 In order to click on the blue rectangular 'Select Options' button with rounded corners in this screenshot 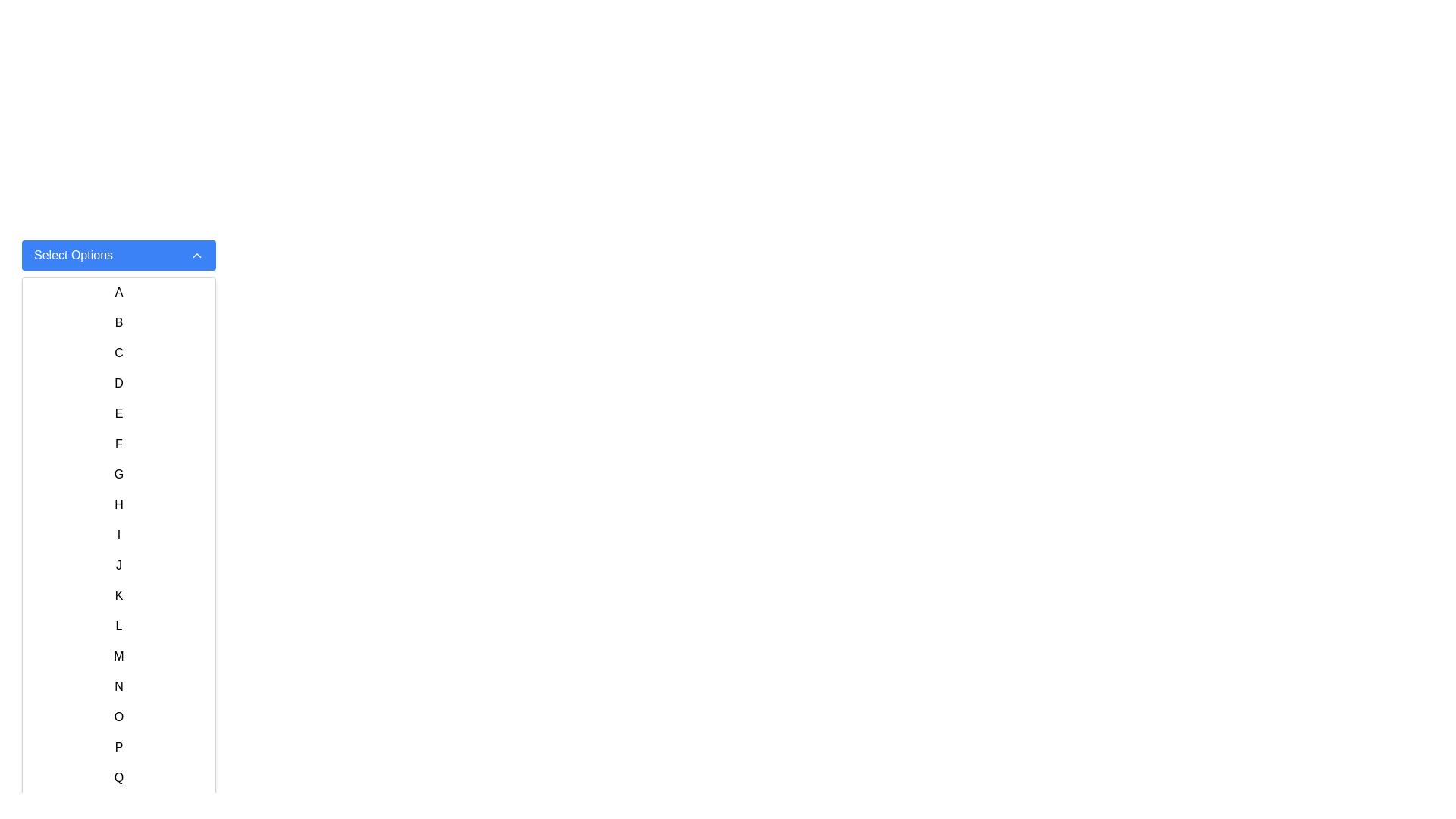, I will do `click(118, 254)`.